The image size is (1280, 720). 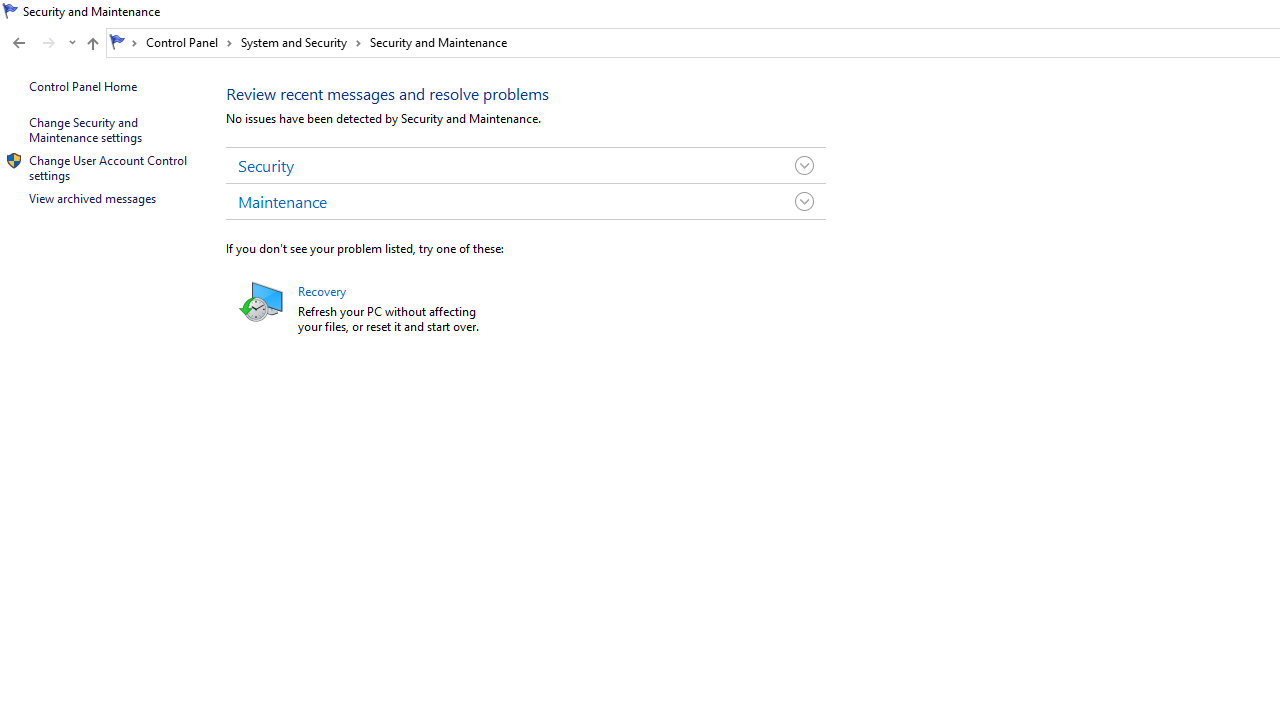 What do you see at coordinates (82, 85) in the screenshot?
I see `'Control Panel Home'` at bounding box center [82, 85].